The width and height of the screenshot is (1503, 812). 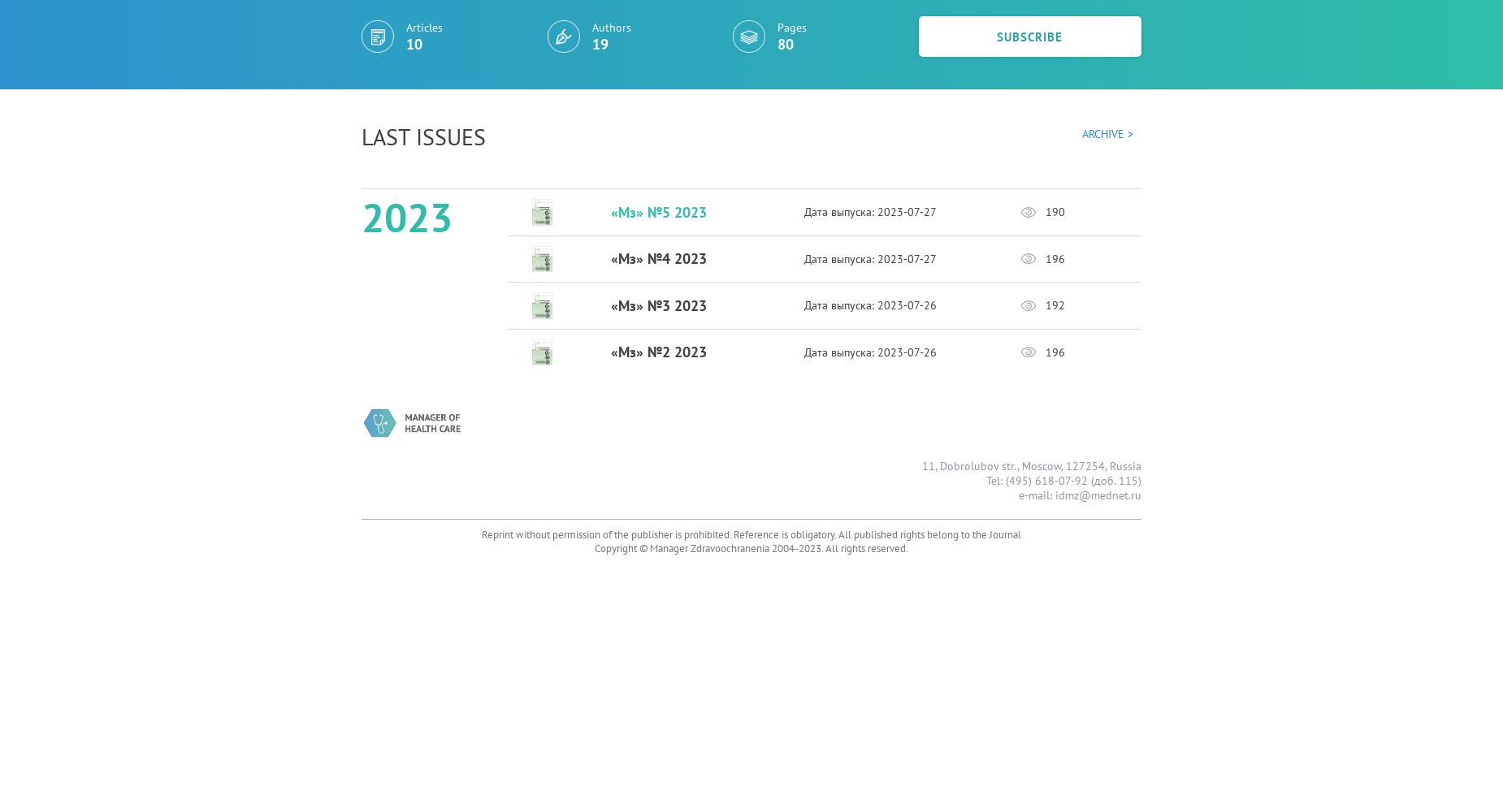 What do you see at coordinates (657, 257) in the screenshot?
I see `'«Мз» №4 2023'` at bounding box center [657, 257].